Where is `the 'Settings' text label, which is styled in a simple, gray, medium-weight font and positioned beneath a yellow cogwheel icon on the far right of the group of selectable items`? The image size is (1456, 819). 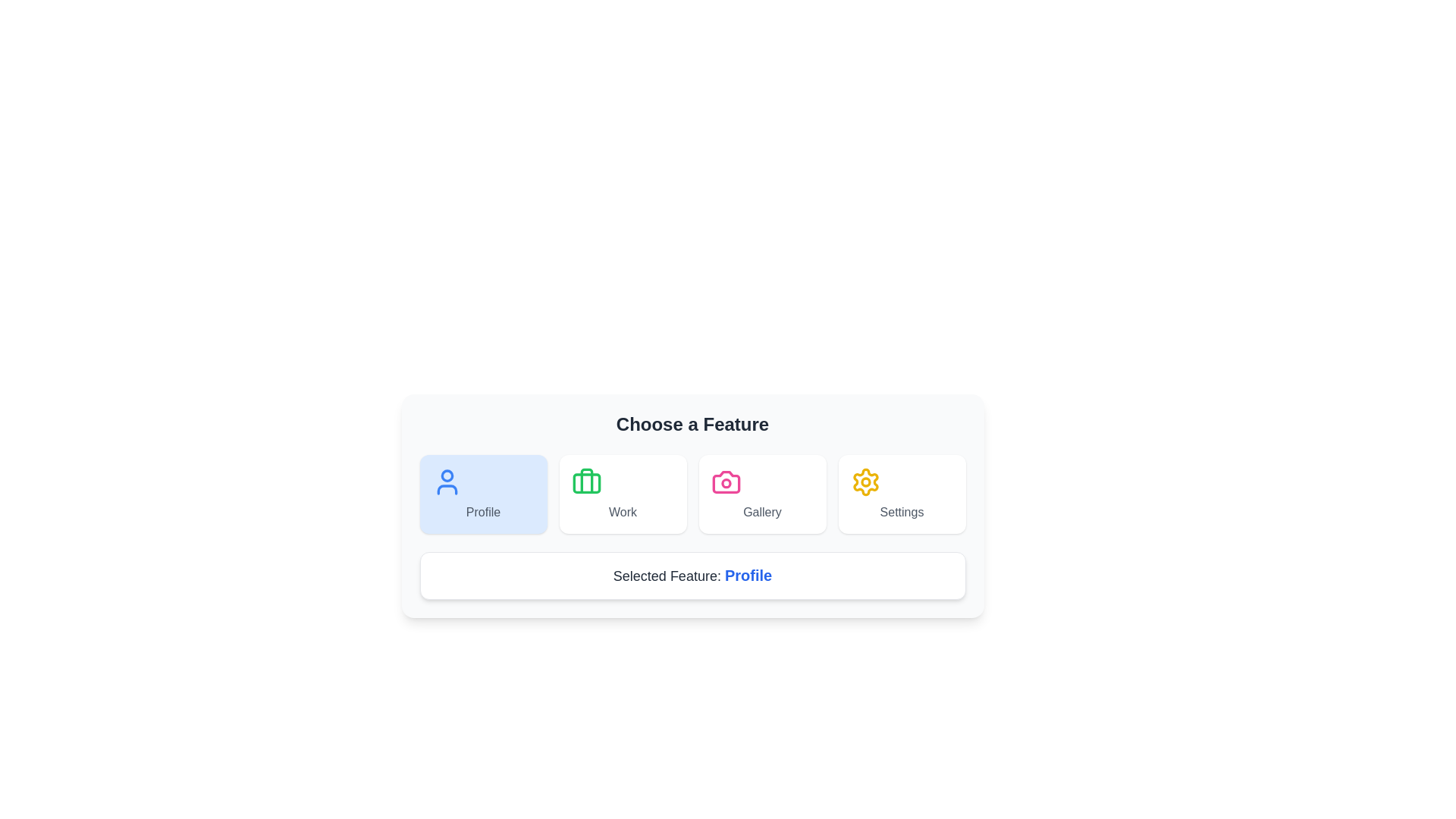 the 'Settings' text label, which is styled in a simple, gray, medium-weight font and positioned beneath a yellow cogwheel icon on the far right of the group of selectable items is located at coordinates (902, 512).